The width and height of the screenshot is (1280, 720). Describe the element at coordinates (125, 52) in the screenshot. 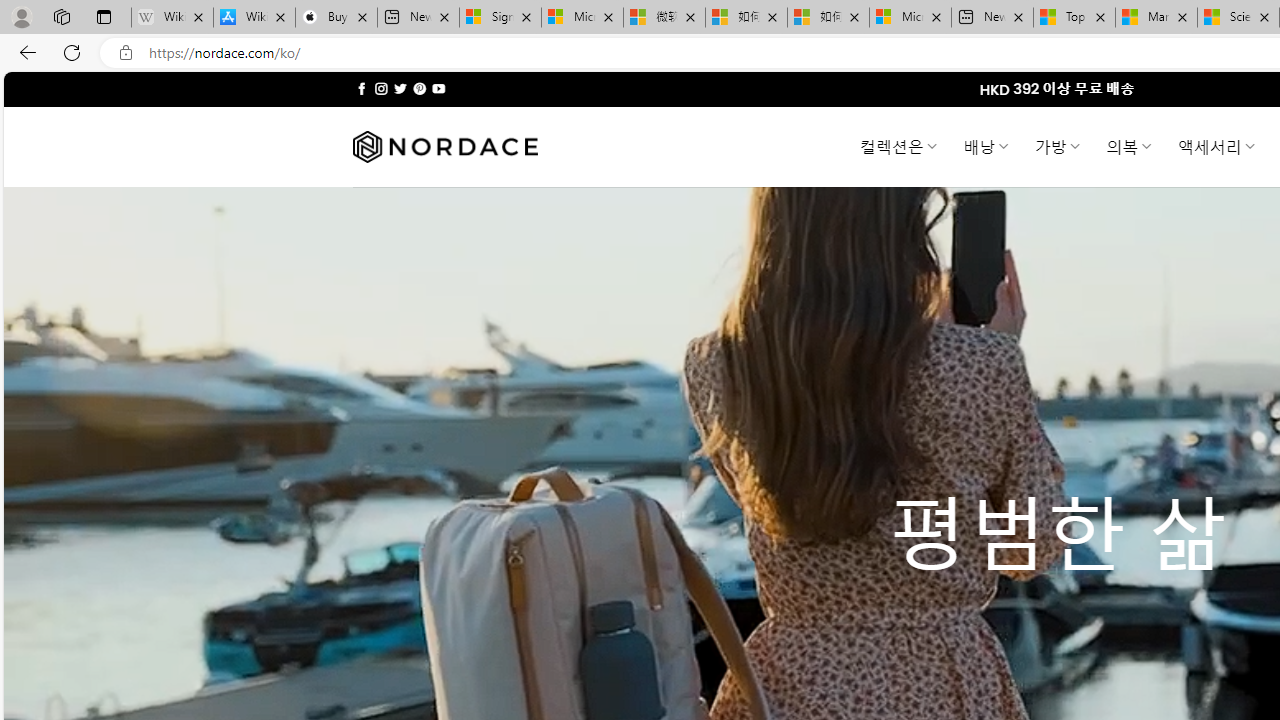

I see `'View site information'` at that location.